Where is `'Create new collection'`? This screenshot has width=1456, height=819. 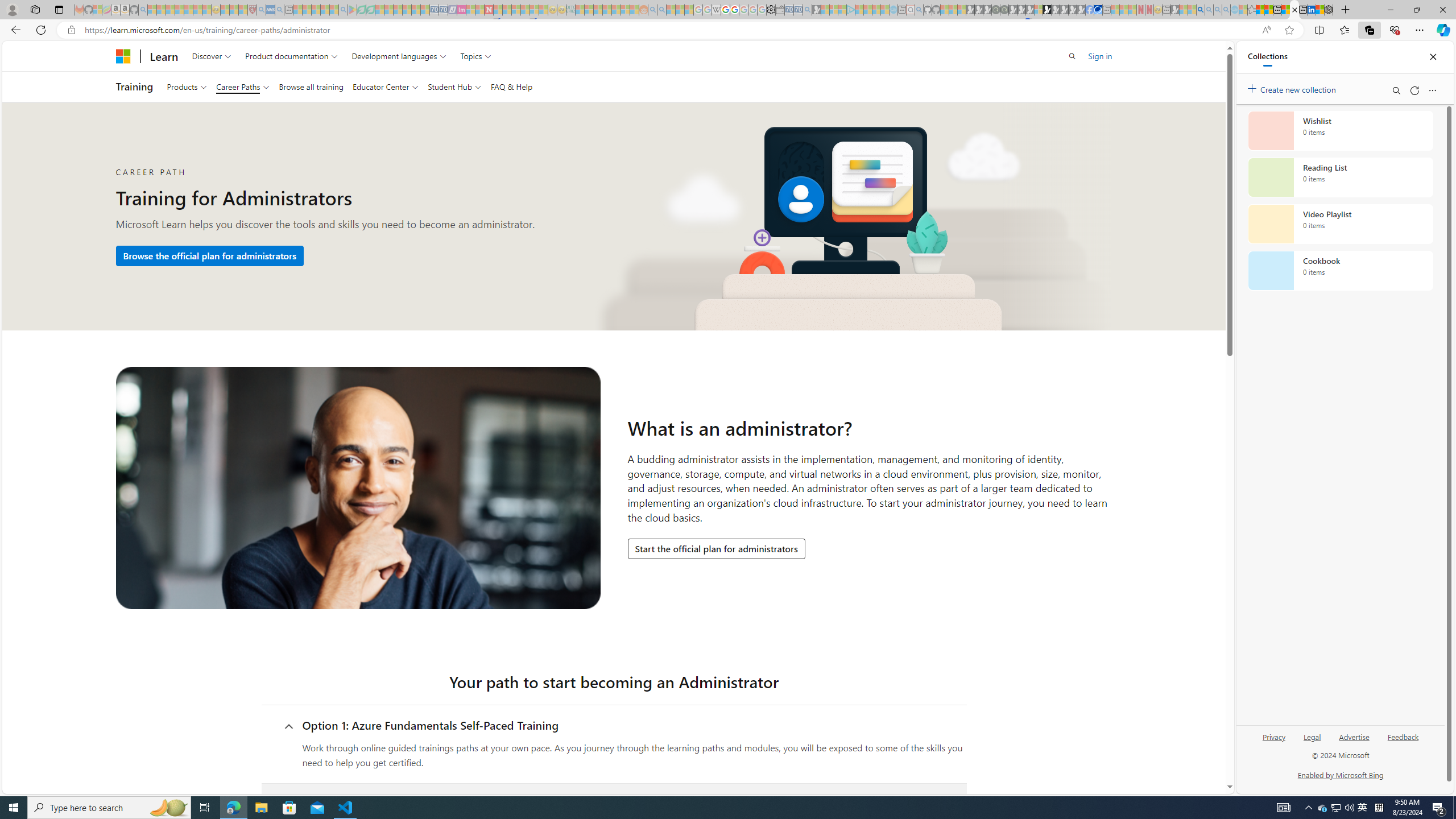
'Create new collection' is located at coordinates (1293, 87).